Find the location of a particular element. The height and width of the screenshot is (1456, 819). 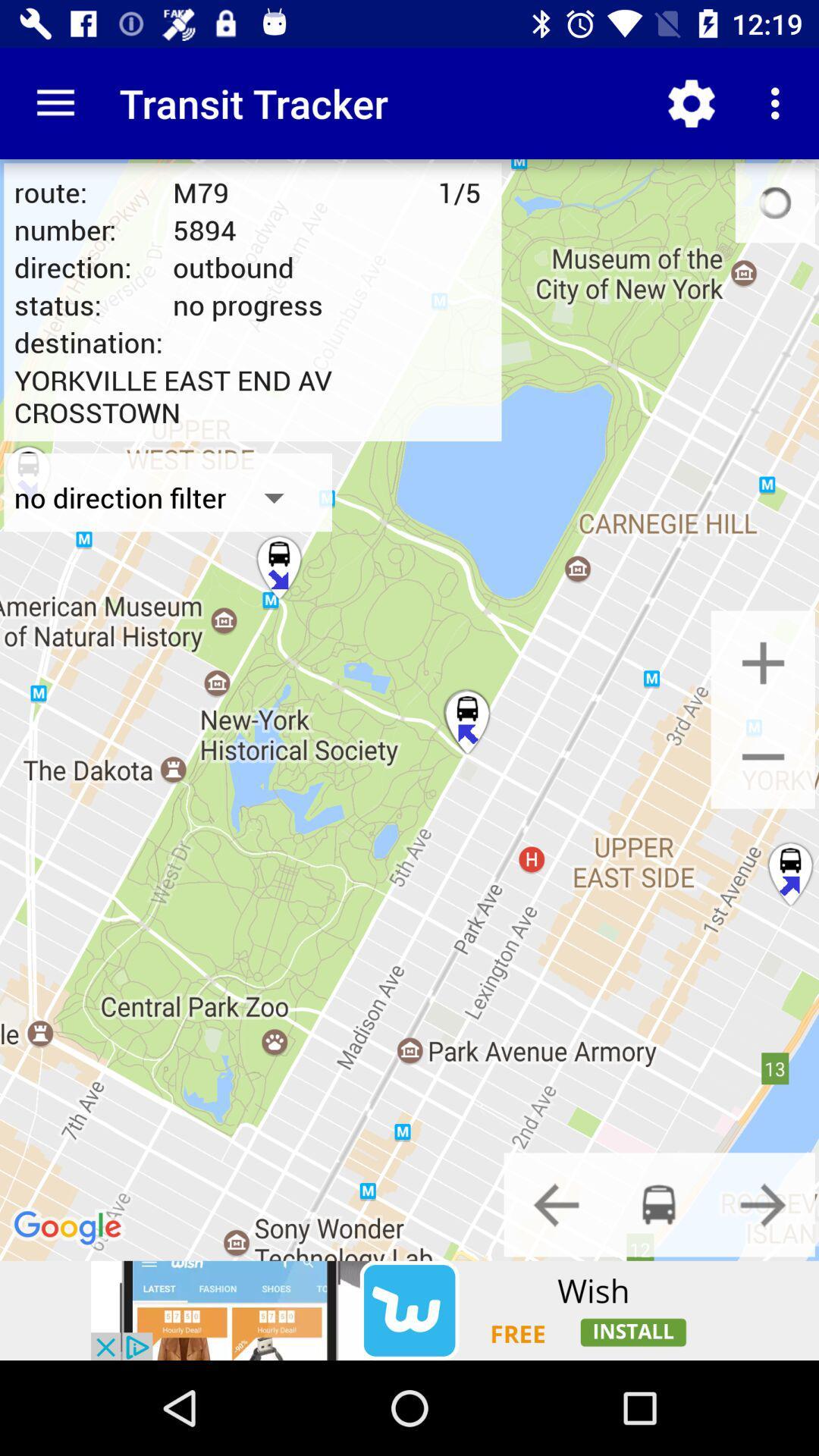

click on zoom out icon is located at coordinates (763, 756).